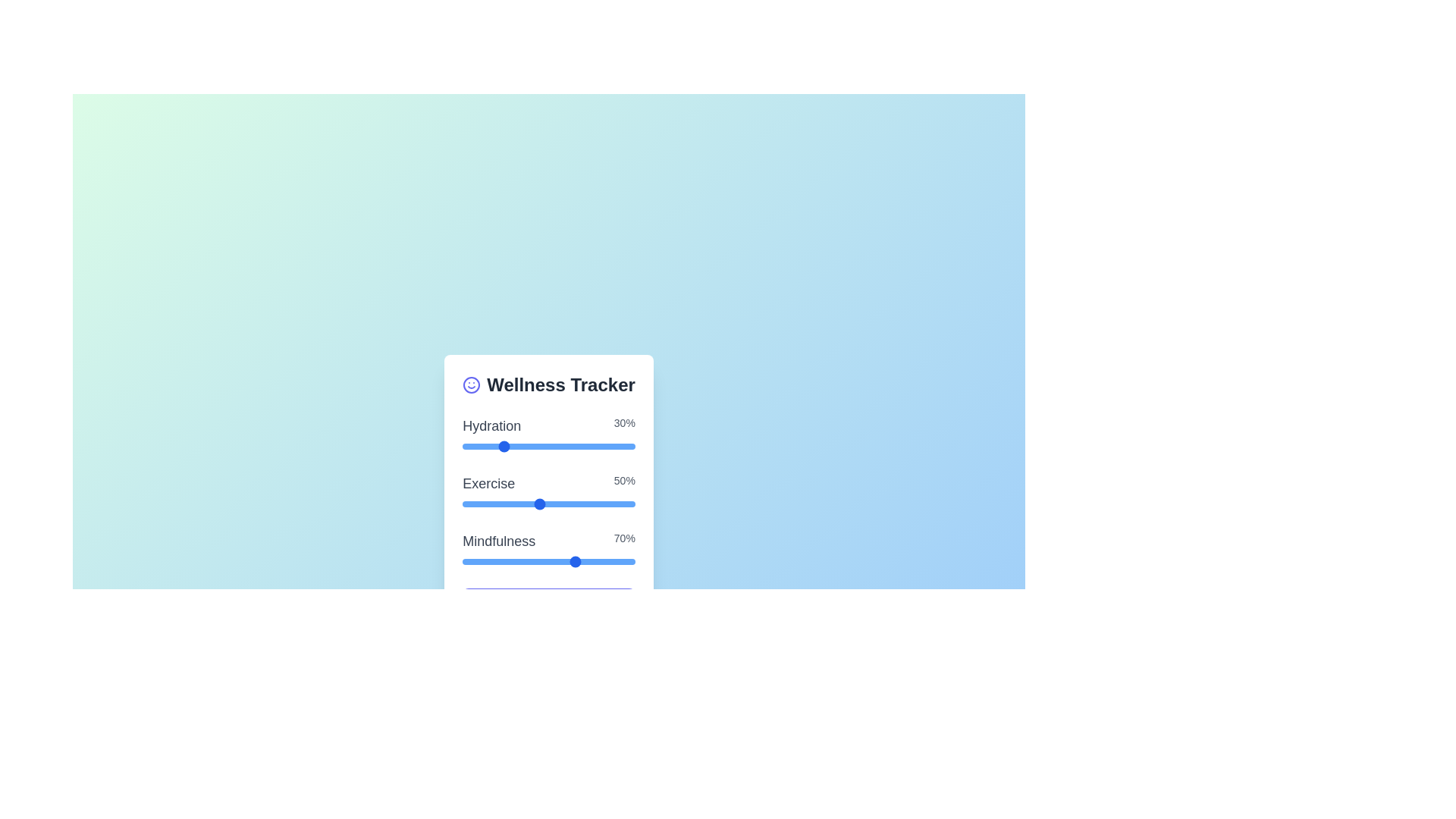 This screenshot has width=1456, height=819. Describe the element at coordinates (615, 504) in the screenshot. I see `the 'Exercise' slider to set its value to 9` at that location.